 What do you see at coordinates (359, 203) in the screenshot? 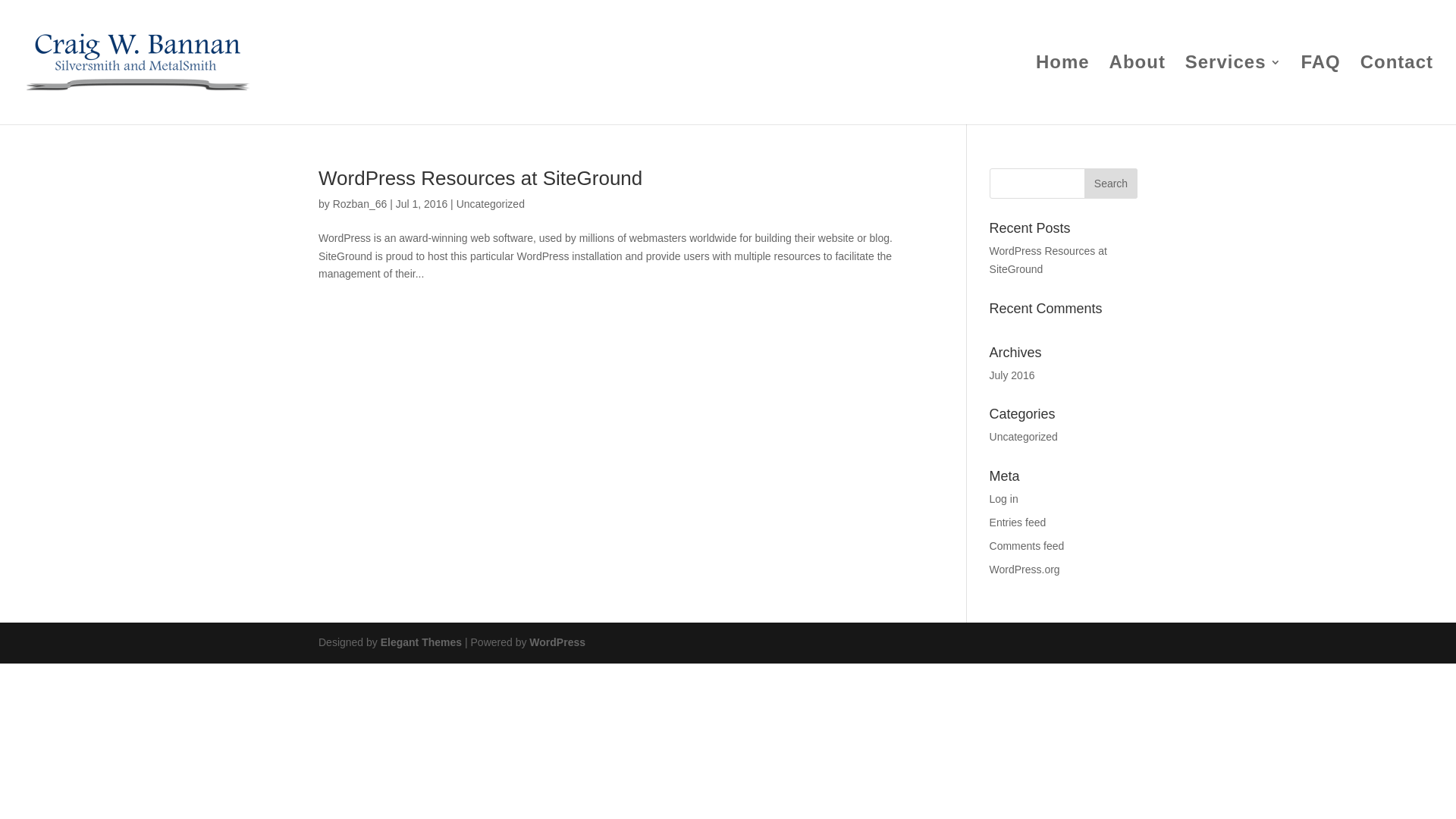
I see `'Rozban_66'` at bounding box center [359, 203].